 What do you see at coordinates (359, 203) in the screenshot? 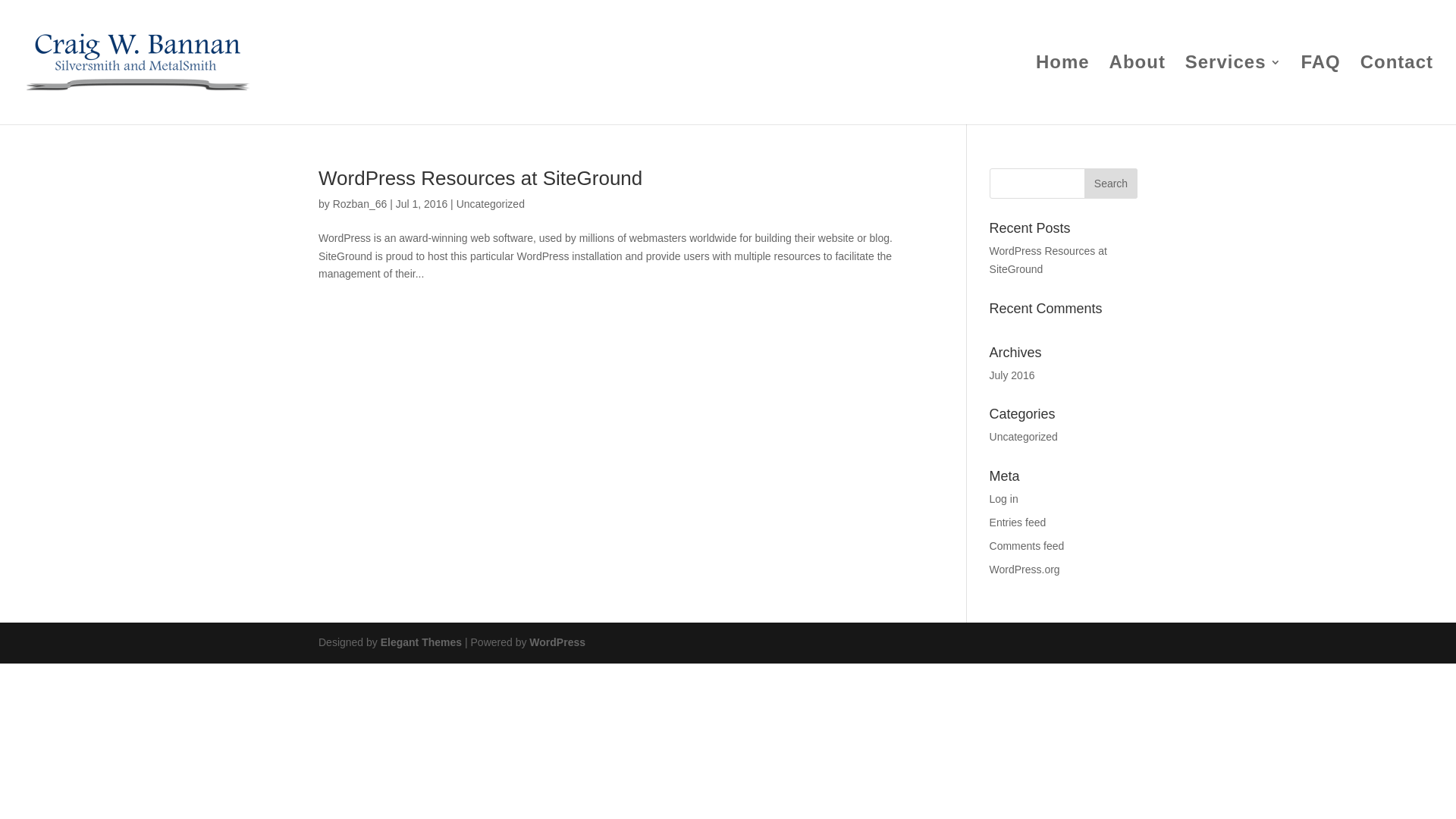
I see `'Rozban_66'` at bounding box center [359, 203].